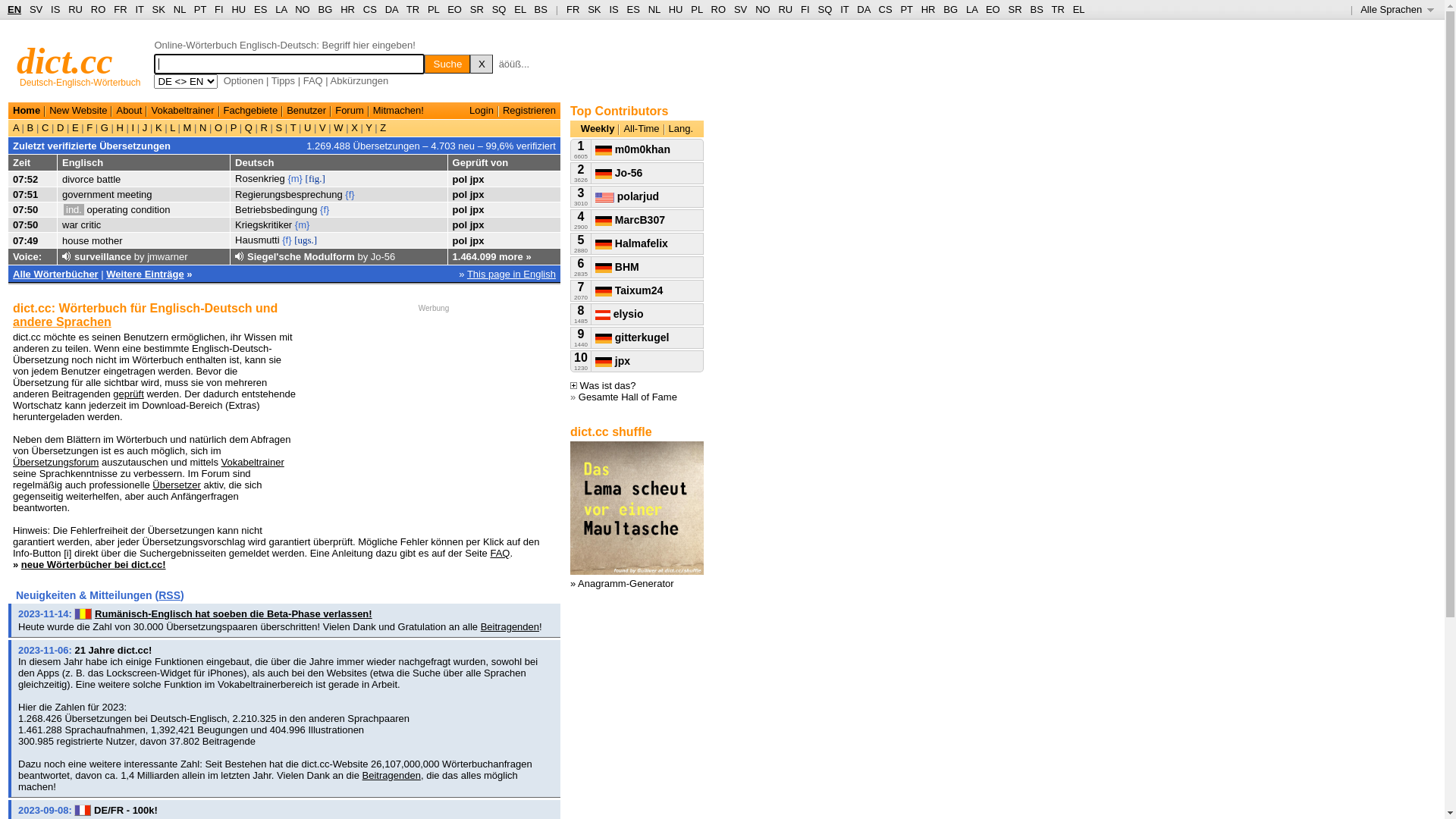 The image size is (1456, 819). Describe the element at coordinates (64, 60) in the screenshot. I see `'dict.cc'` at that location.